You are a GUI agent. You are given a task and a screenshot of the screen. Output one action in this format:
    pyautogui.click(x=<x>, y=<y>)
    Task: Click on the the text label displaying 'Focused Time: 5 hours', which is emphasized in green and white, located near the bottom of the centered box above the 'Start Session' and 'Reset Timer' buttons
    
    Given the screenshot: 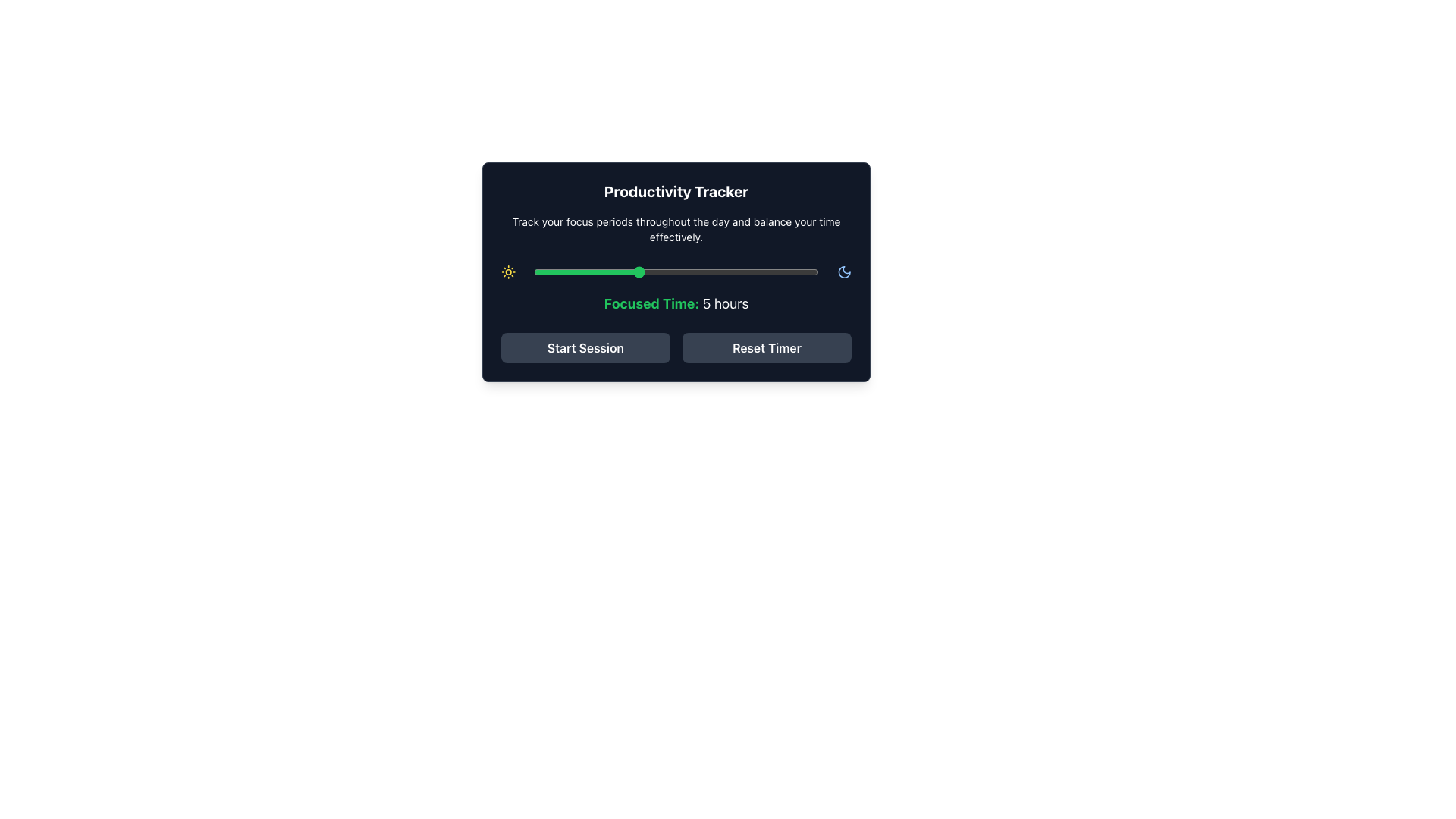 What is the action you would take?
    pyautogui.click(x=676, y=304)
    